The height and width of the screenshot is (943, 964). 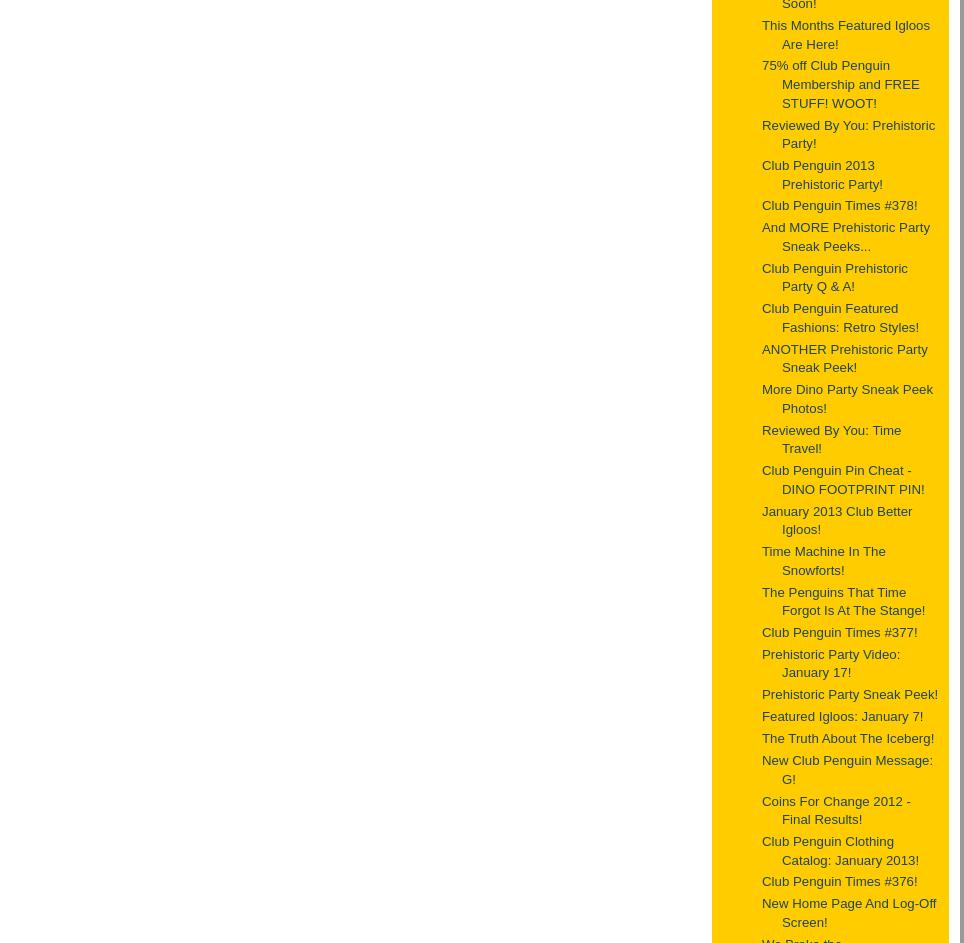 What do you see at coordinates (846, 236) in the screenshot?
I see `'And MORE Prehistoric Party Sneak Peeks...'` at bounding box center [846, 236].